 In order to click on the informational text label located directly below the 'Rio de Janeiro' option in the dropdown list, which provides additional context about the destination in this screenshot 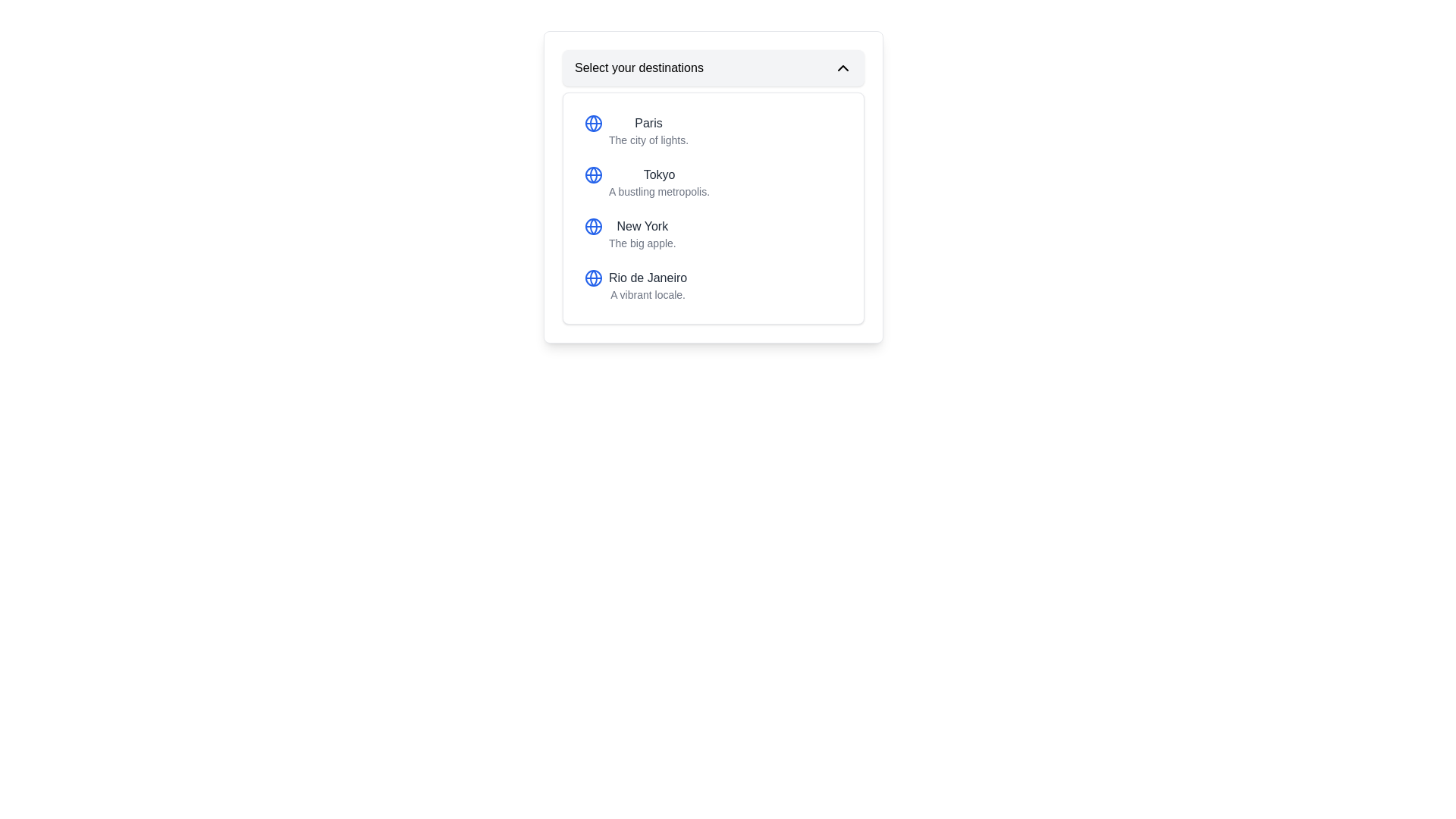, I will do `click(648, 295)`.